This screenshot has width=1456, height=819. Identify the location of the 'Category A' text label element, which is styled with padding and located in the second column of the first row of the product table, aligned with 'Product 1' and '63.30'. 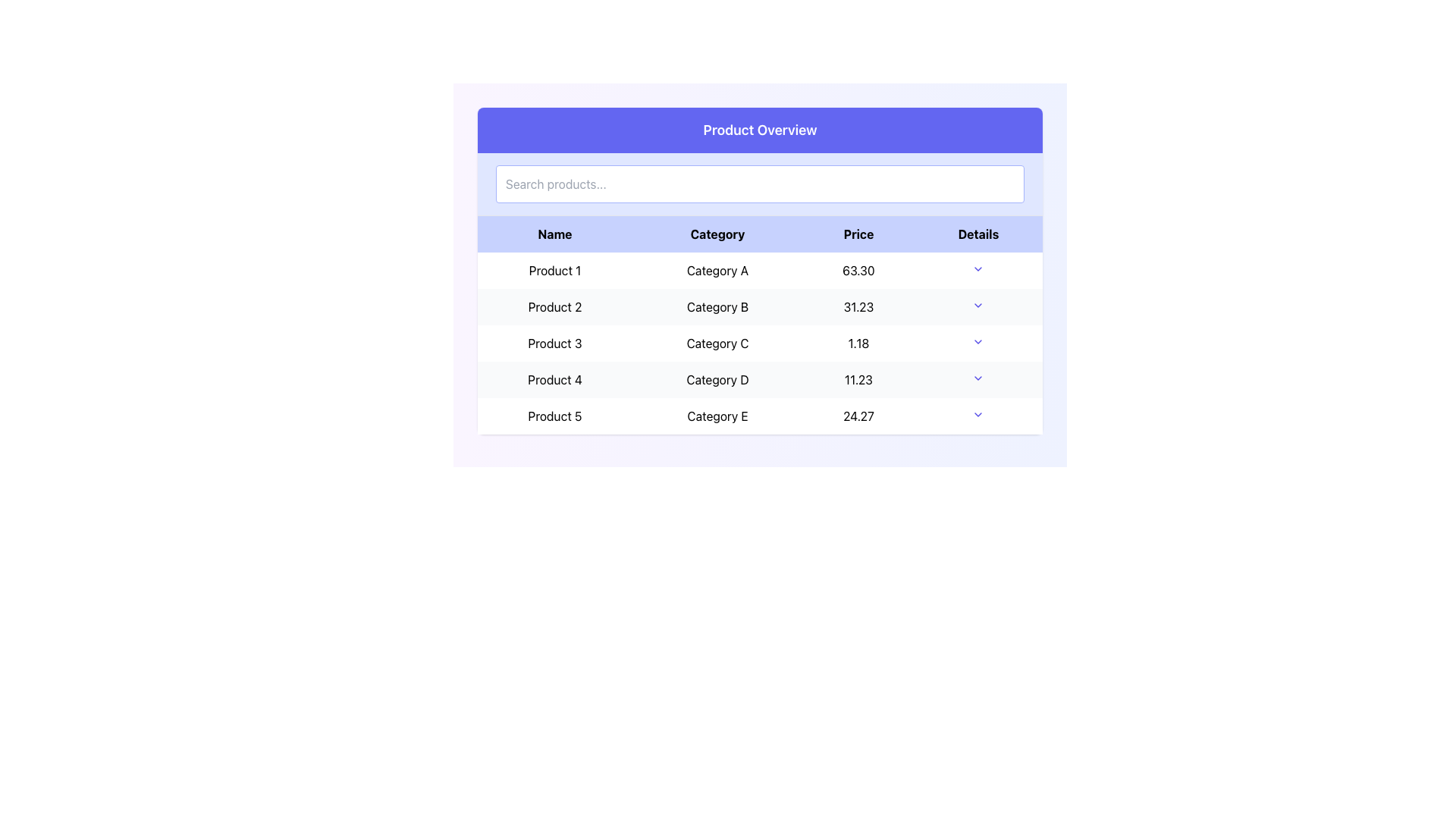
(717, 270).